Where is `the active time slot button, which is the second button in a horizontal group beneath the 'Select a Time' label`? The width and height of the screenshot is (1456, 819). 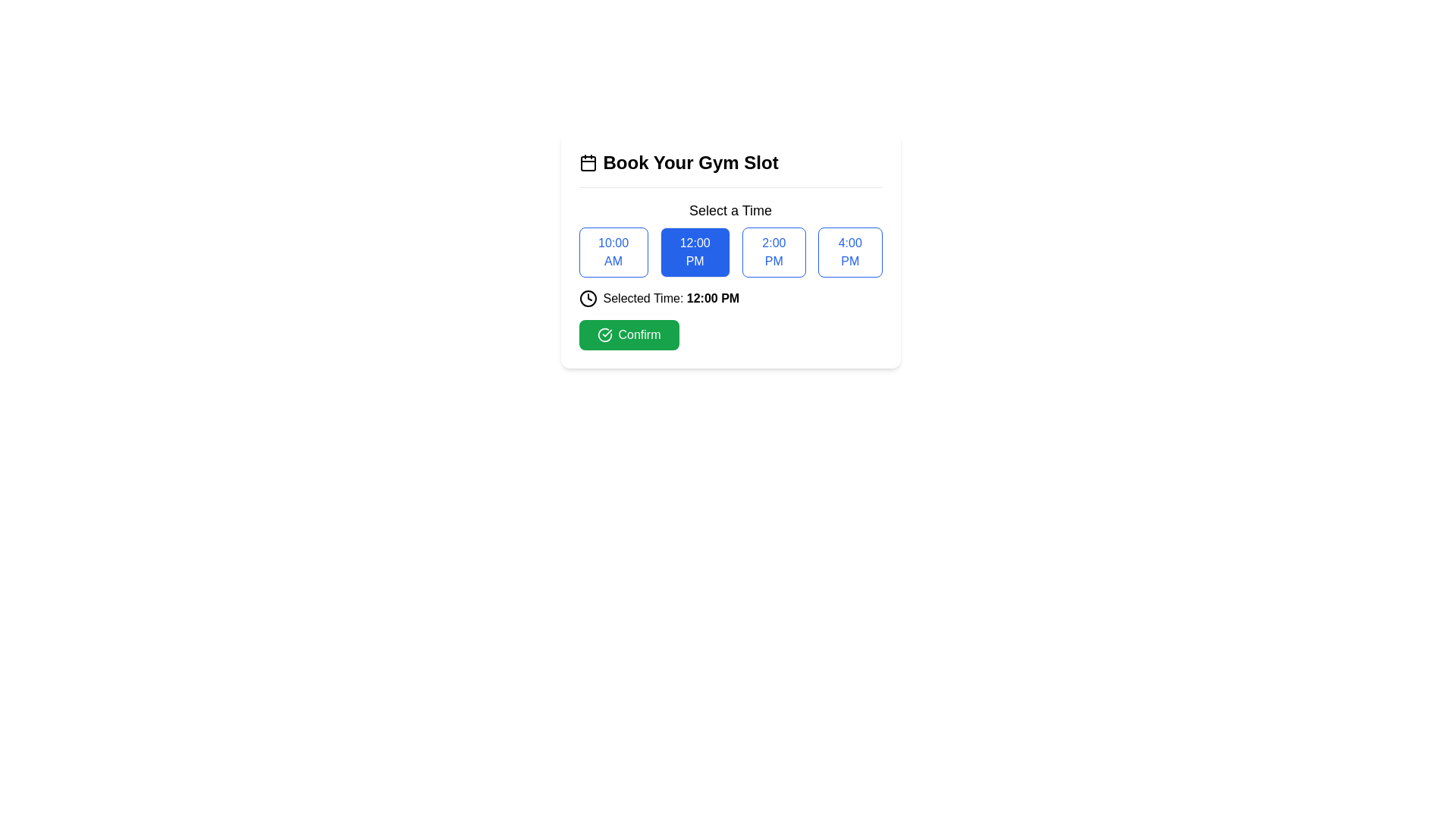 the active time slot button, which is the second button in a horizontal group beneath the 'Select a Time' label is located at coordinates (730, 251).